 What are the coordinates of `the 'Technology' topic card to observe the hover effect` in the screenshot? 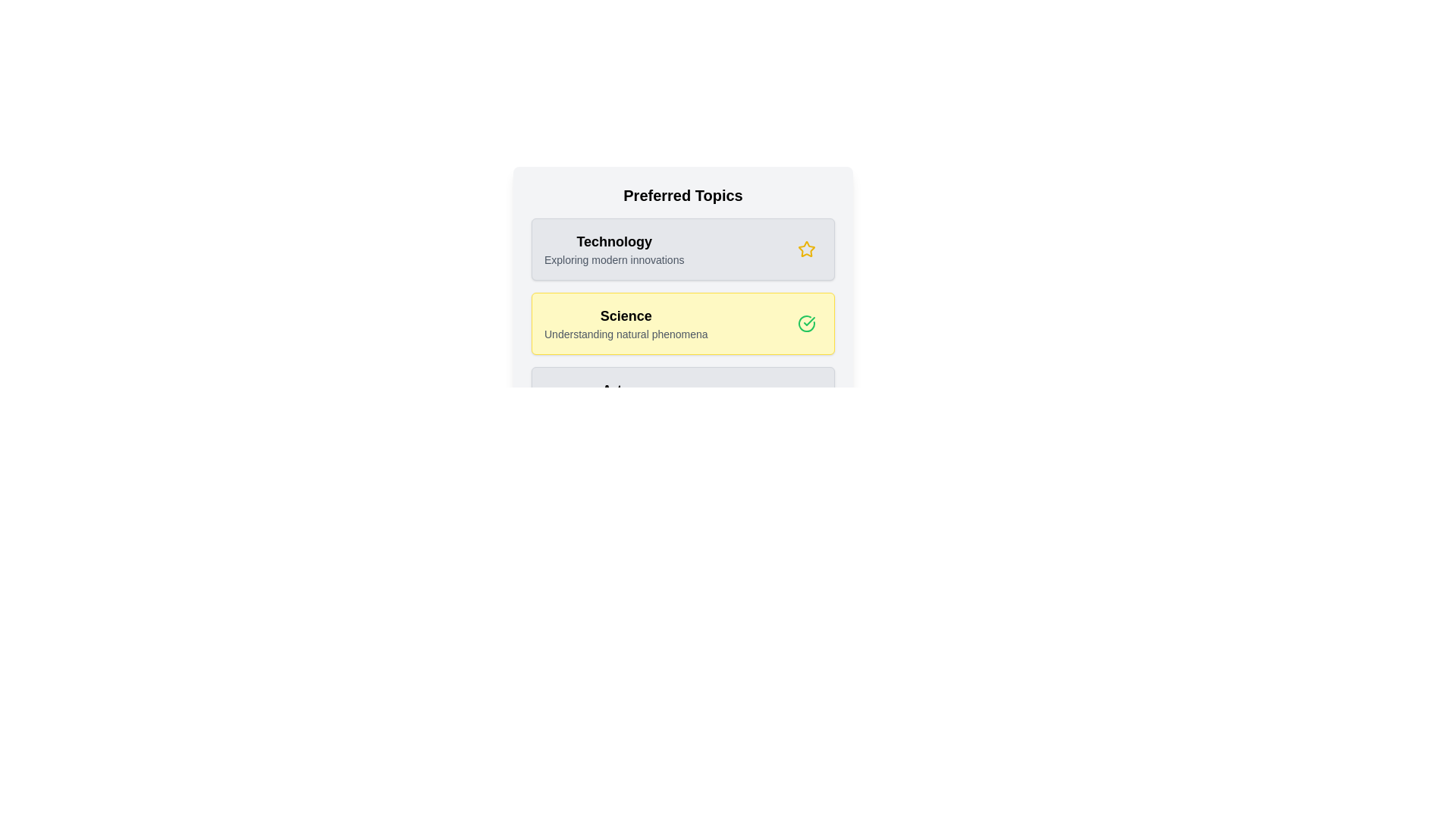 It's located at (614, 248).